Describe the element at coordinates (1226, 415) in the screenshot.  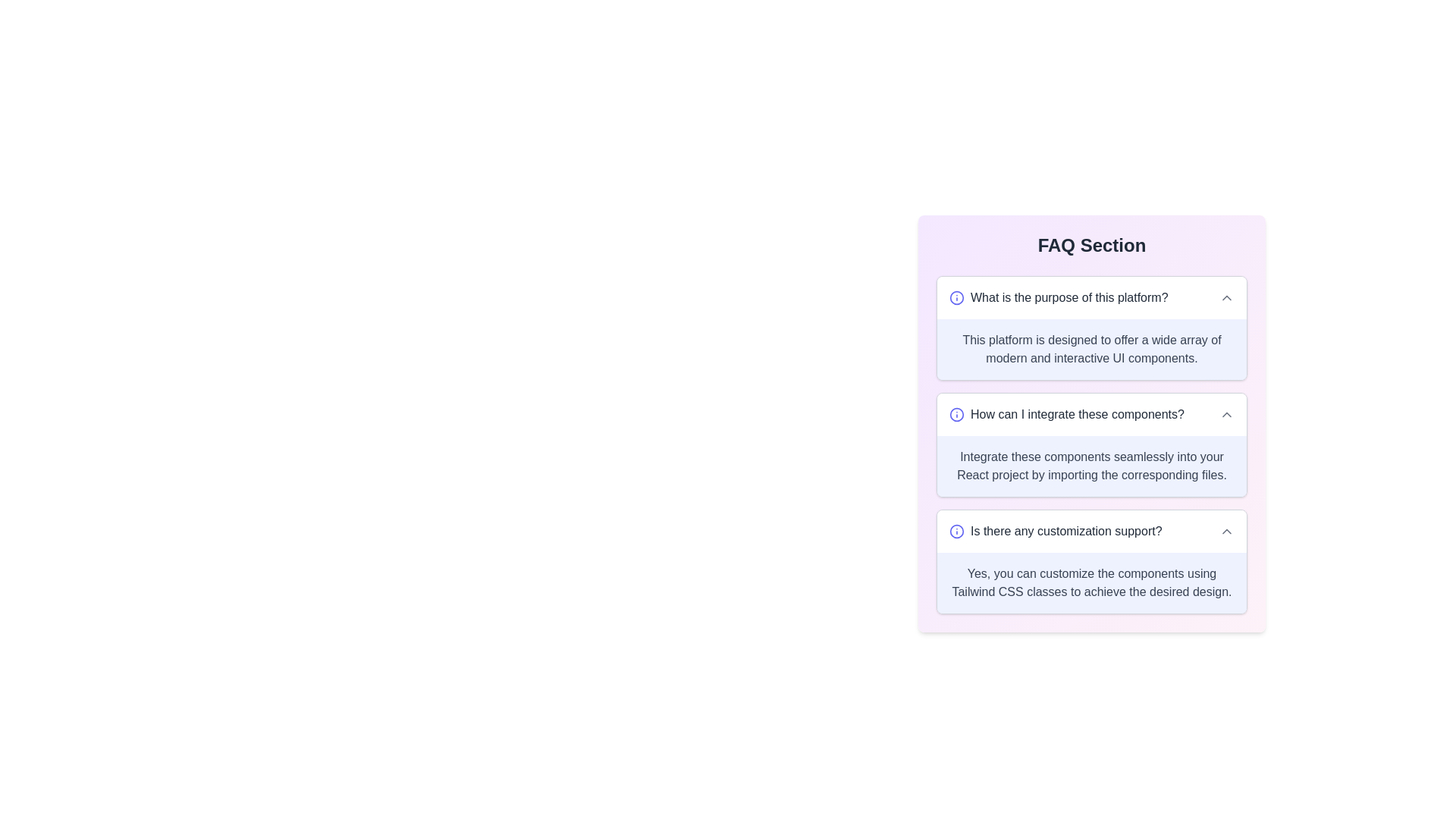
I see `the upward-facing gray chevron icon next to the question 'How can I integrate these components?'` at that location.